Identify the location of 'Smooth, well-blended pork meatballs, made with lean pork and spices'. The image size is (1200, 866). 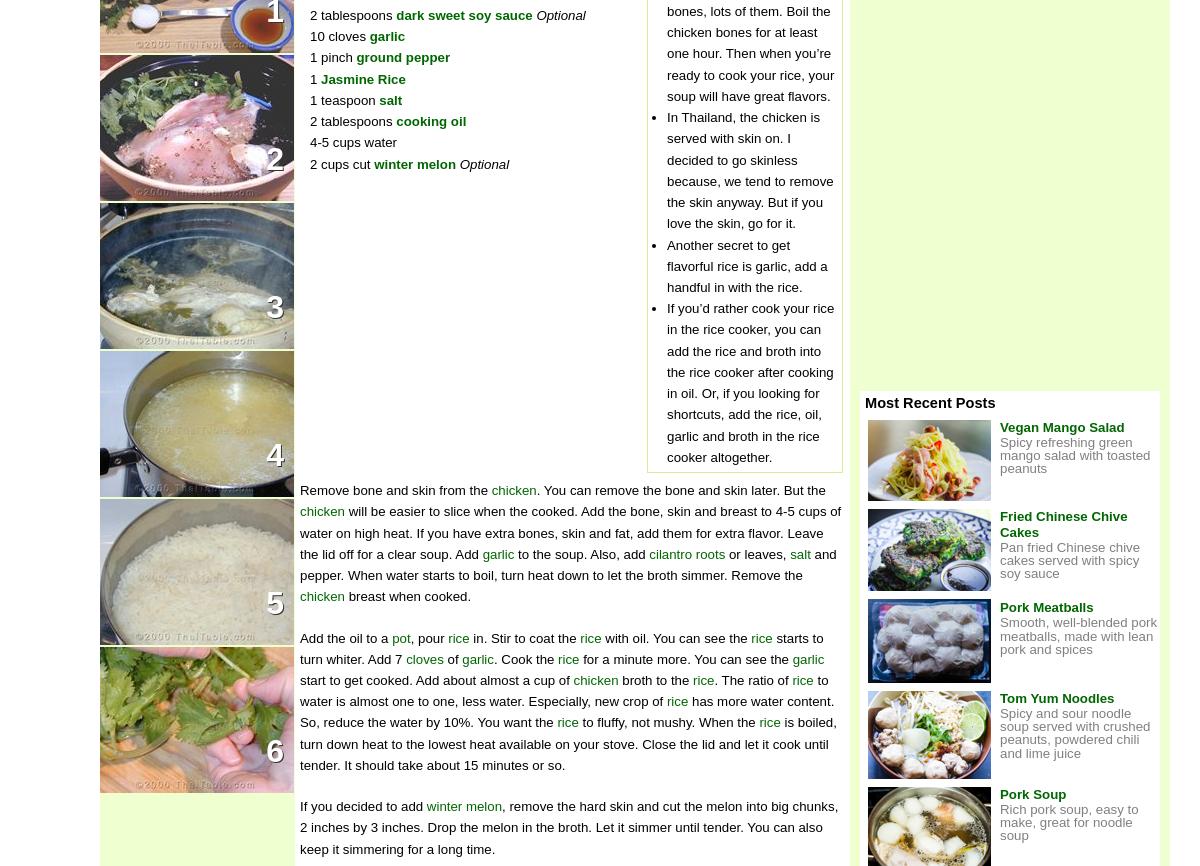
(1077, 635).